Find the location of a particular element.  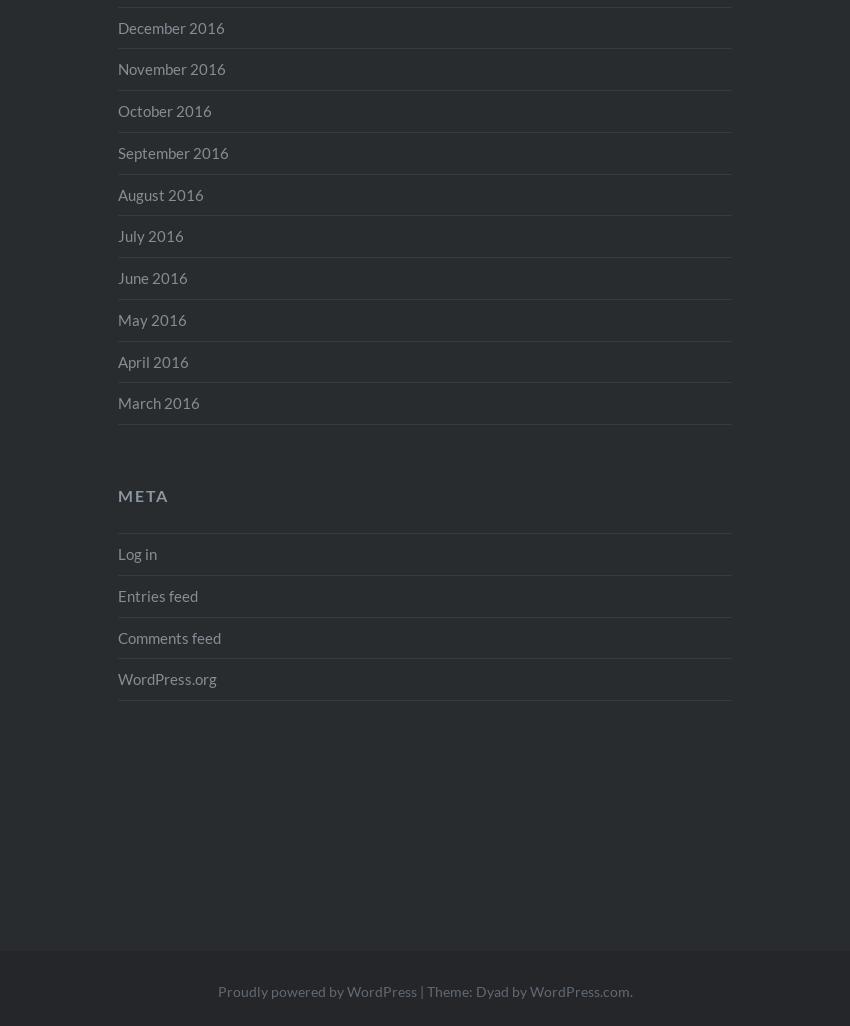

'Entries feed' is located at coordinates (116, 593).